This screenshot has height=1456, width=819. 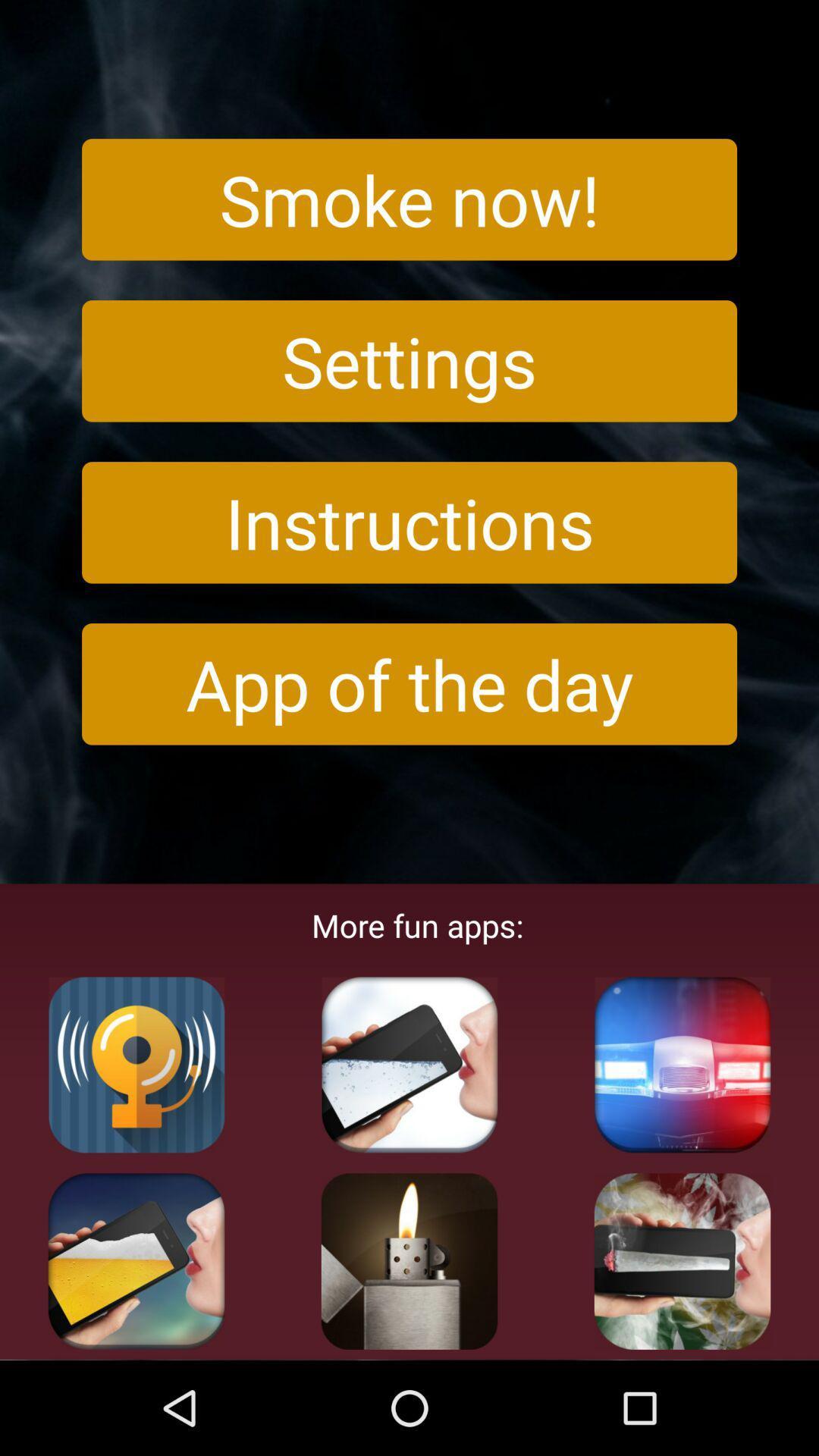 I want to click on other available apps, so click(x=136, y=1064).